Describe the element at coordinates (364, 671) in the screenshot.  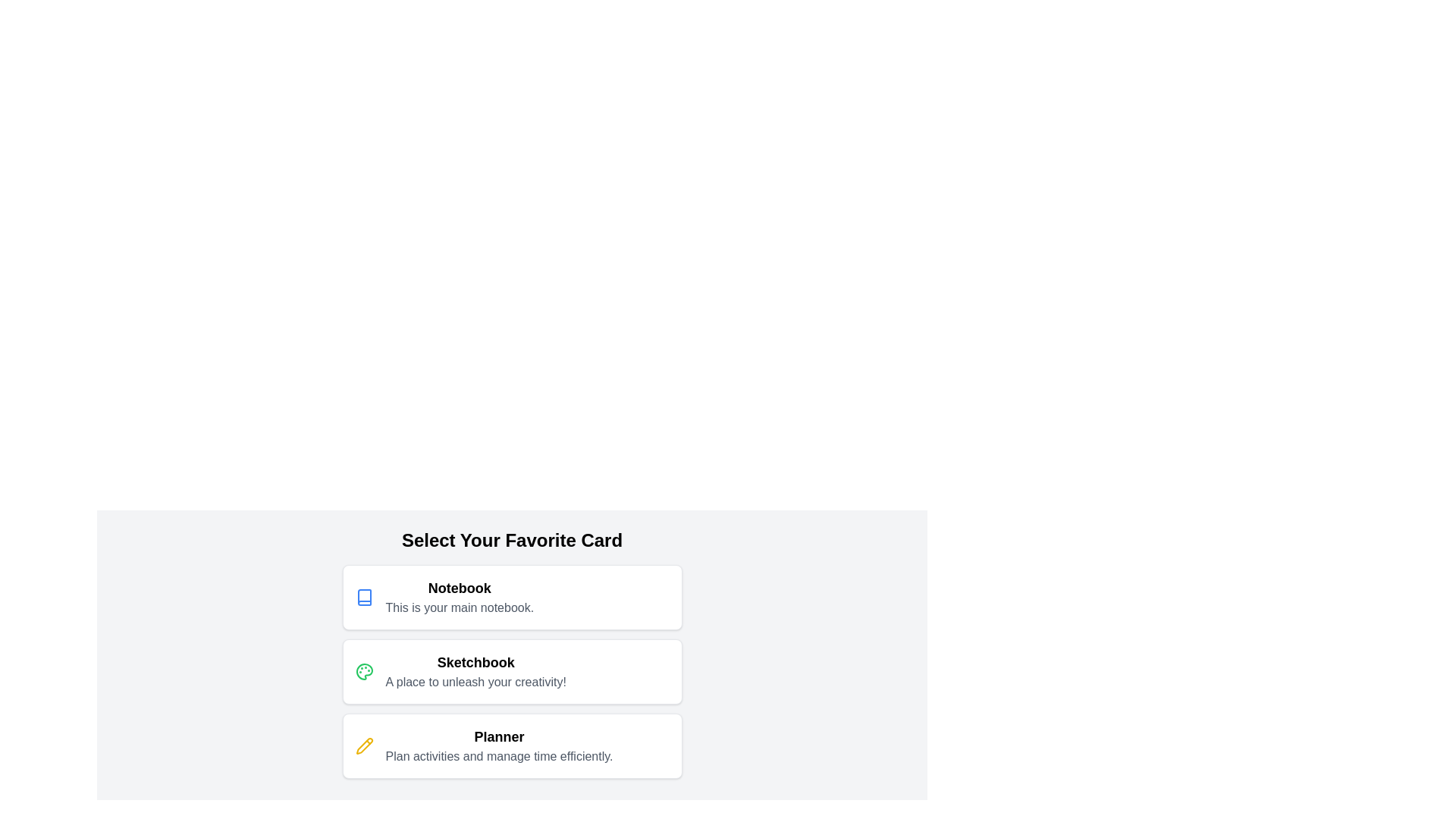
I see `the SVG graphical icon component representing a painter's palette, which signifies artistic tools or expression` at that location.